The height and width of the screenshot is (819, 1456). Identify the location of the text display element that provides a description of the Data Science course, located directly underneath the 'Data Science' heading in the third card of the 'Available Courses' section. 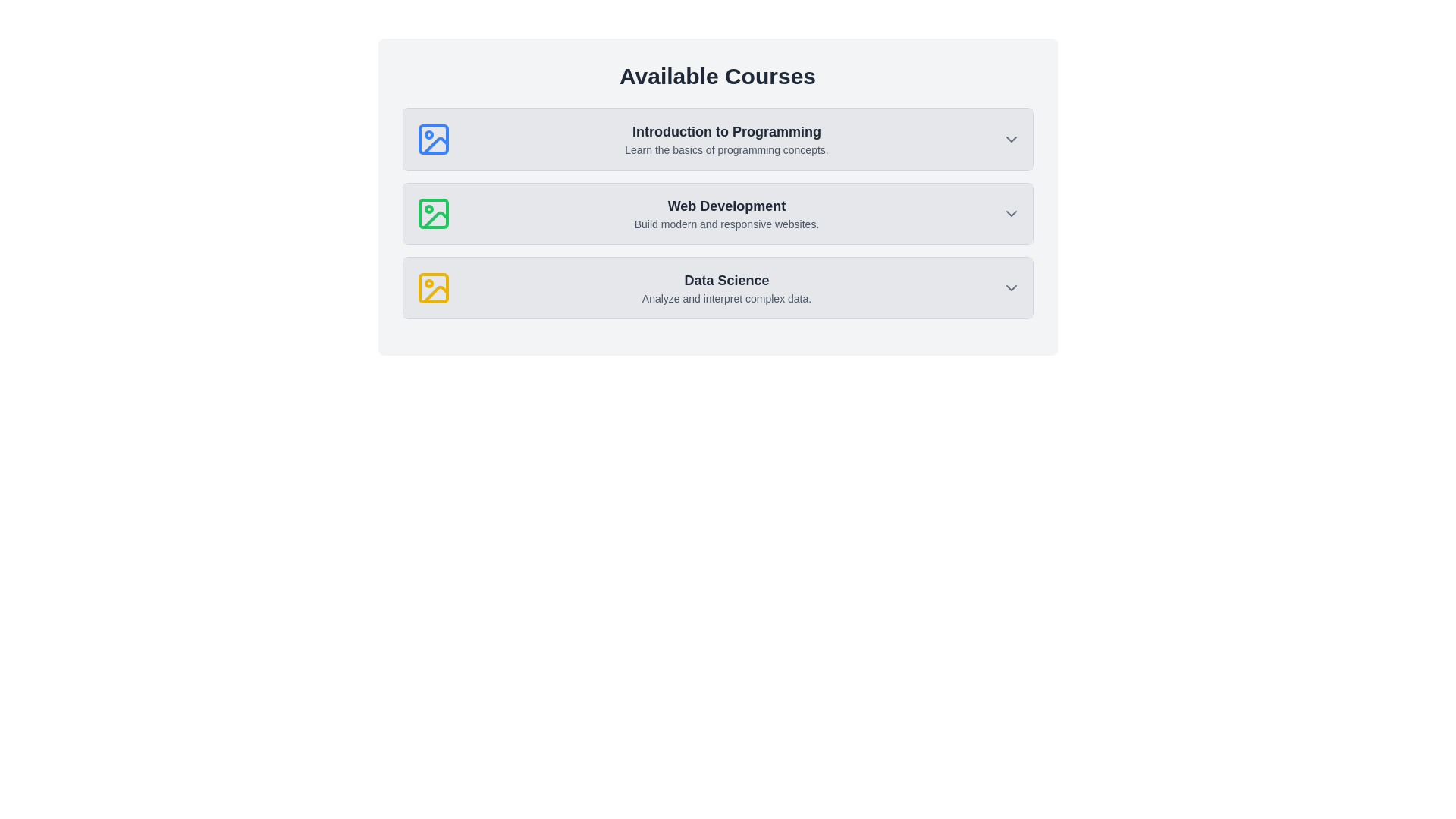
(726, 298).